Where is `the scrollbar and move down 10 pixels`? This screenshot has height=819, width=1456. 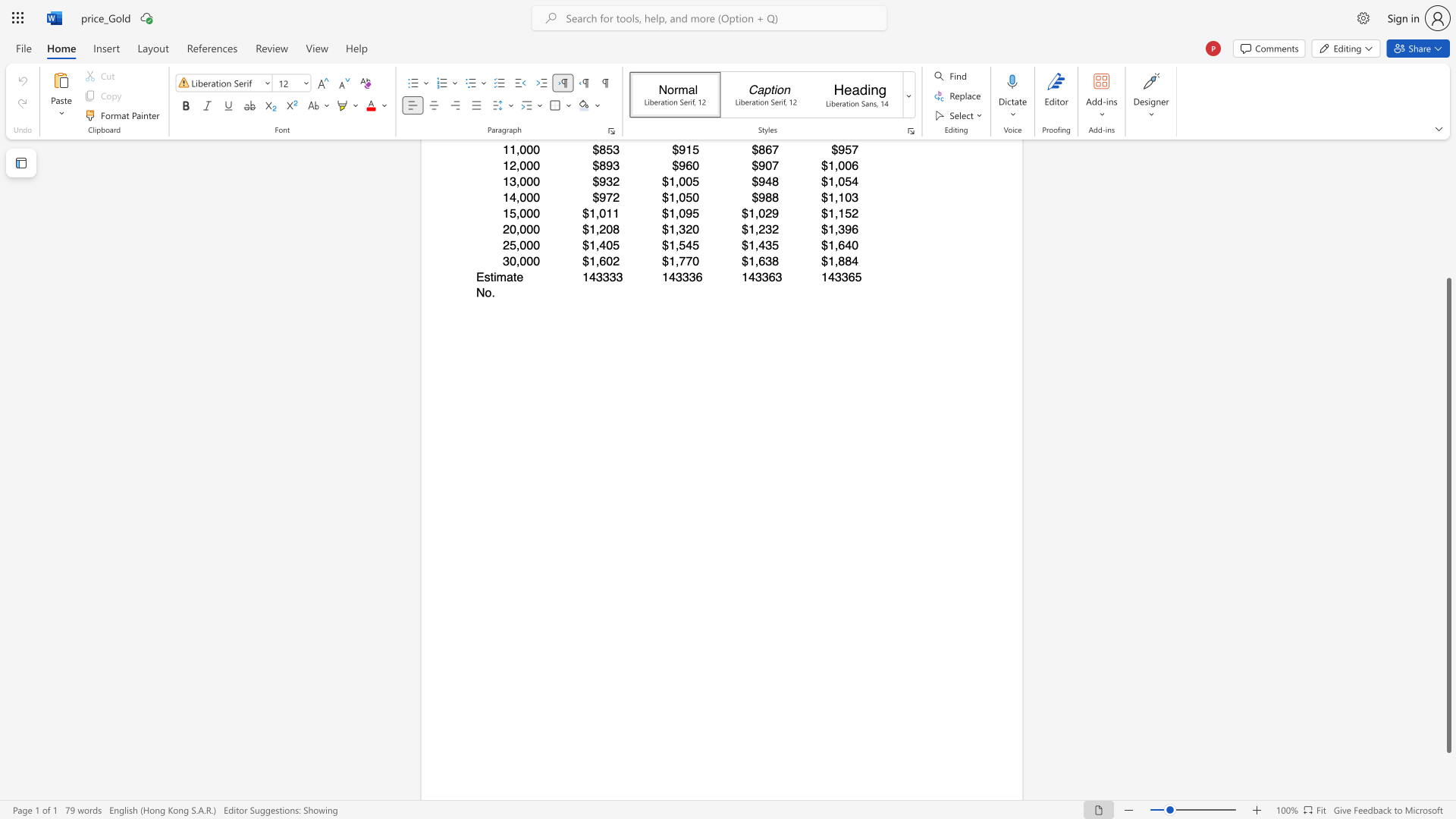 the scrollbar and move down 10 pixels is located at coordinates (1448, 514).